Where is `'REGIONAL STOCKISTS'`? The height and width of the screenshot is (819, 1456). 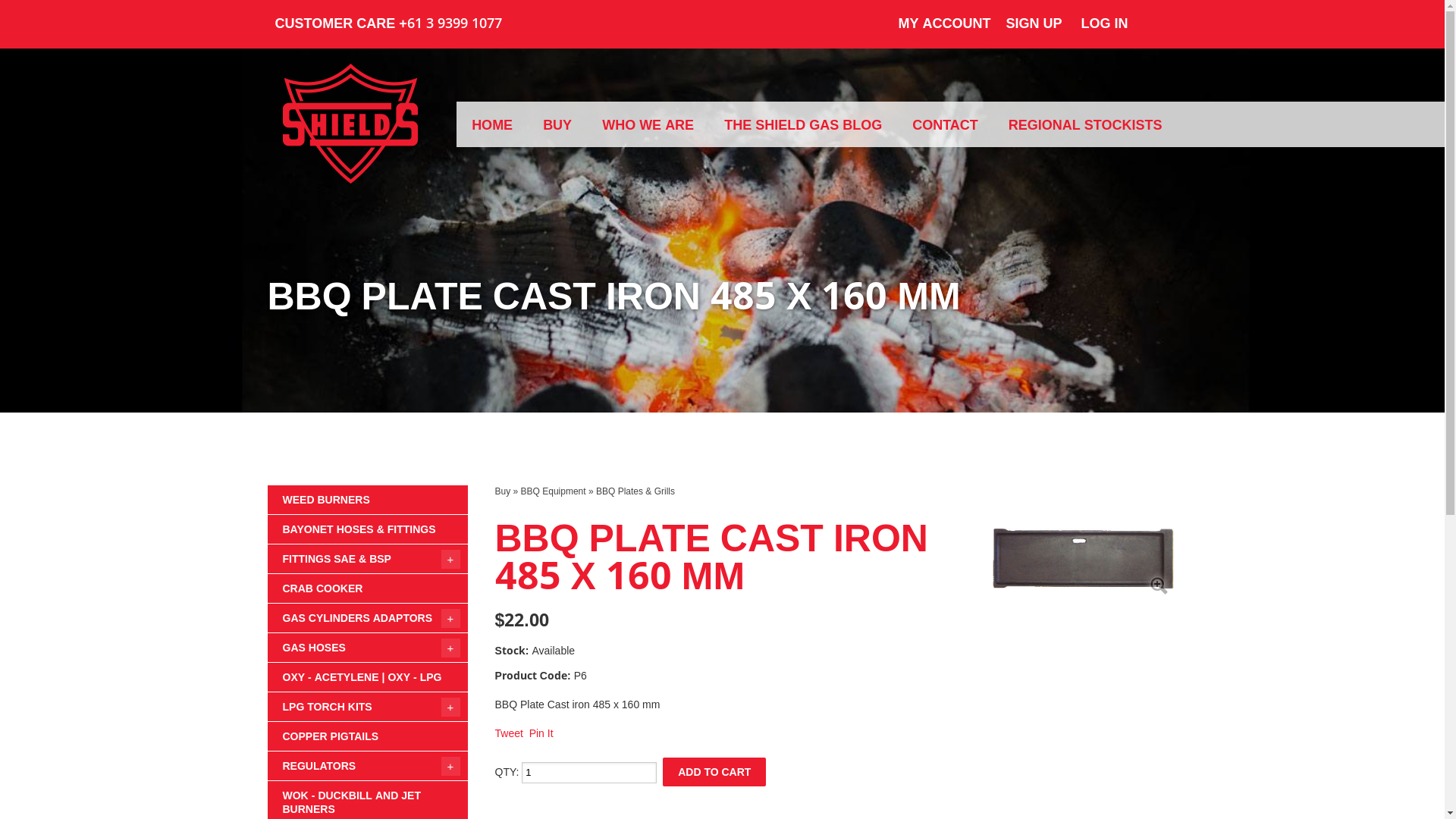 'REGIONAL STOCKISTS' is located at coordinates (1084, 124).